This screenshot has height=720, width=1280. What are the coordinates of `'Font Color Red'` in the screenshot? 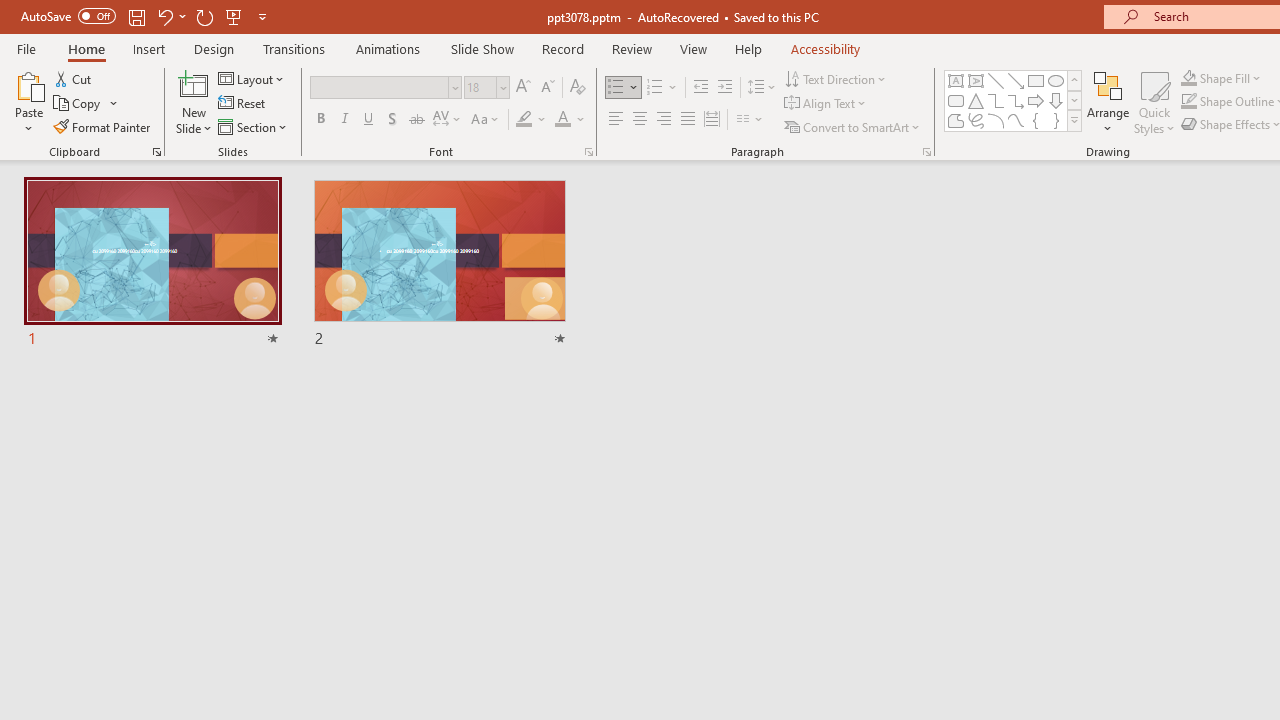 It's located at (561, 119).